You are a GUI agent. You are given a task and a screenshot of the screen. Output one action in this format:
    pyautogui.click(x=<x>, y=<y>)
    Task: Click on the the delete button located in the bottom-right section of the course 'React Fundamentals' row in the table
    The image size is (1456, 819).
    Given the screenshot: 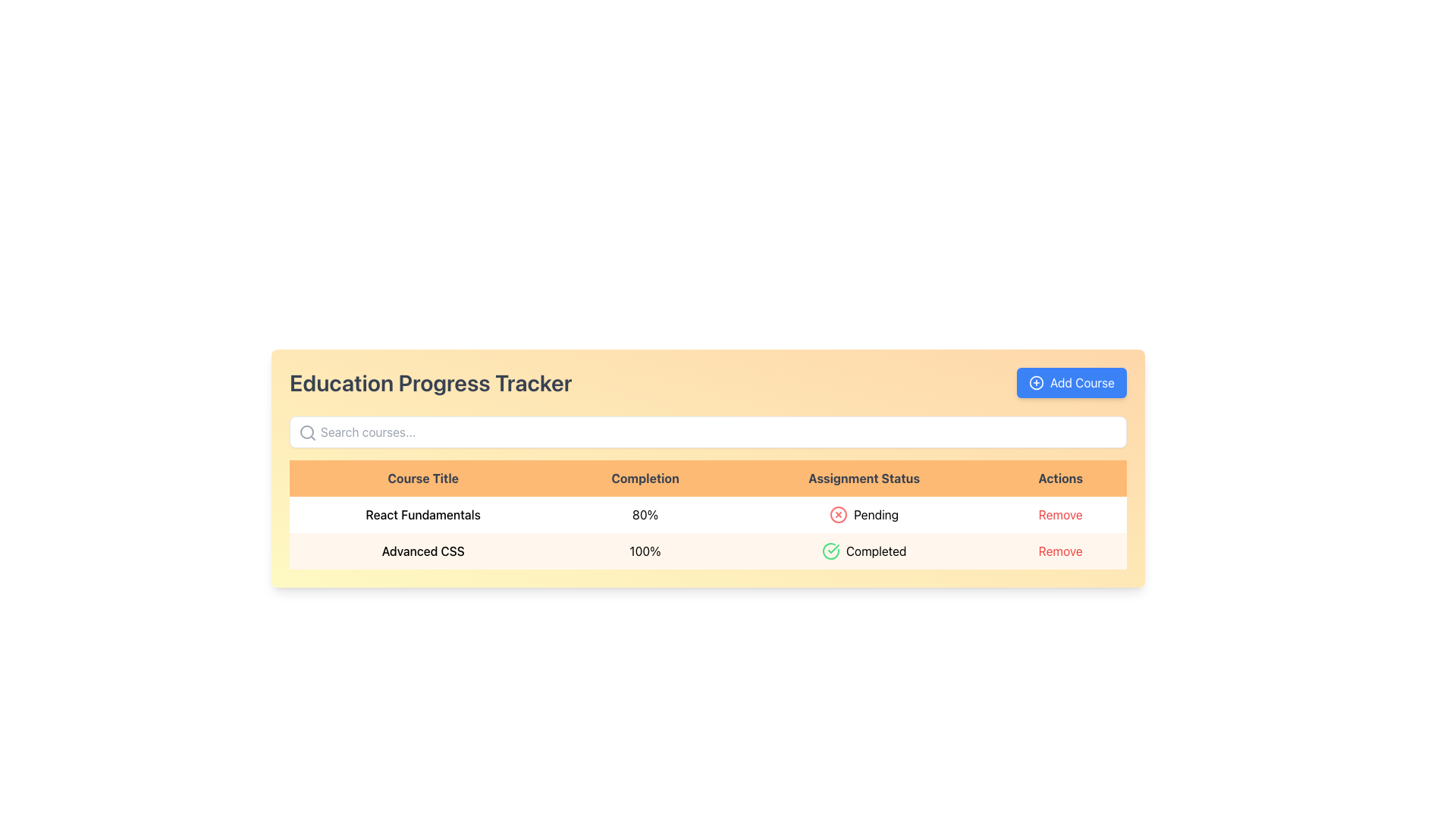 What is the action you would take?
    pyautogui.click(x=1059, y=513)
    